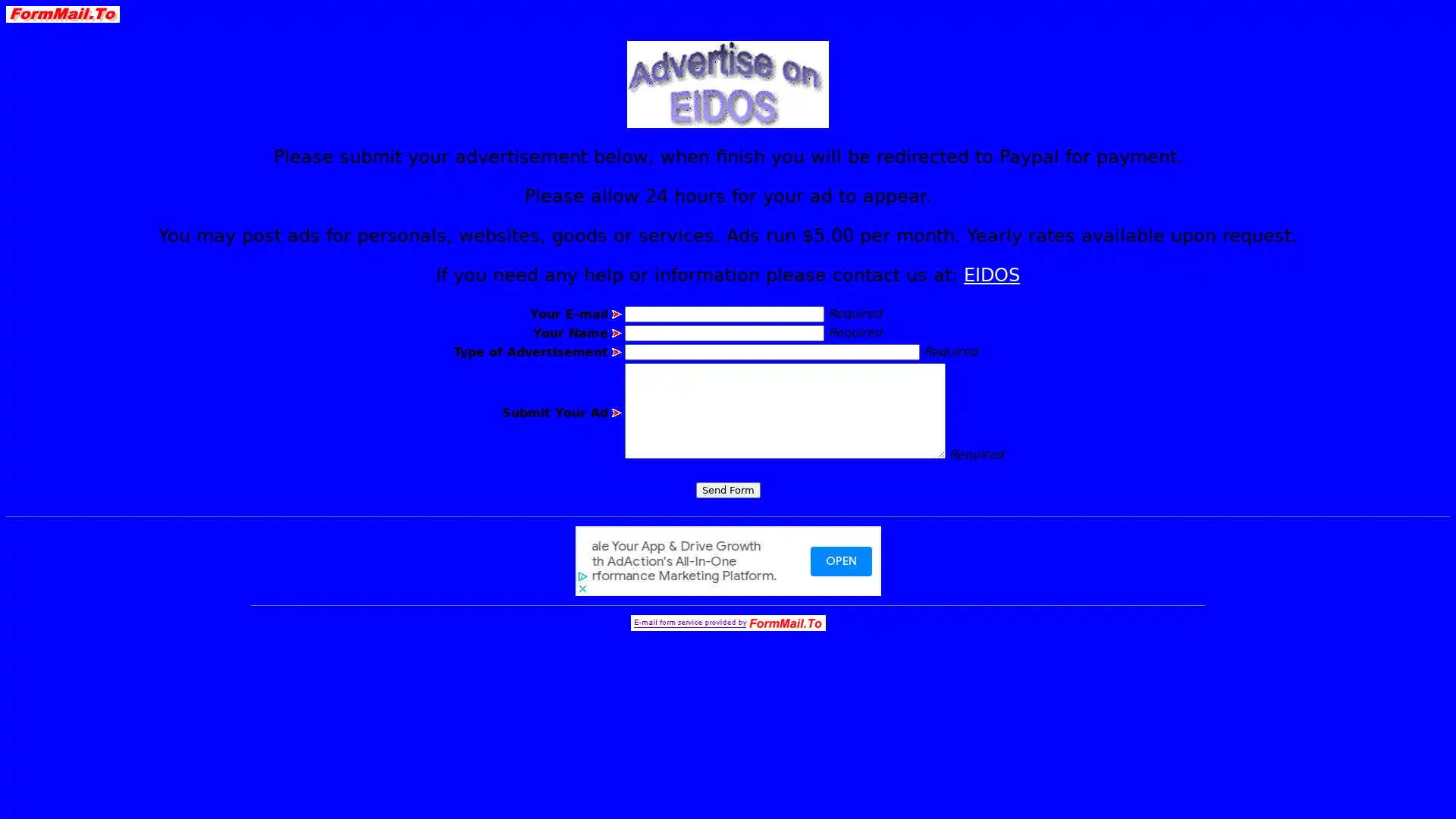 This screenshot has height=819, width=1456. I want to click on Send Form, so click(726, 490).